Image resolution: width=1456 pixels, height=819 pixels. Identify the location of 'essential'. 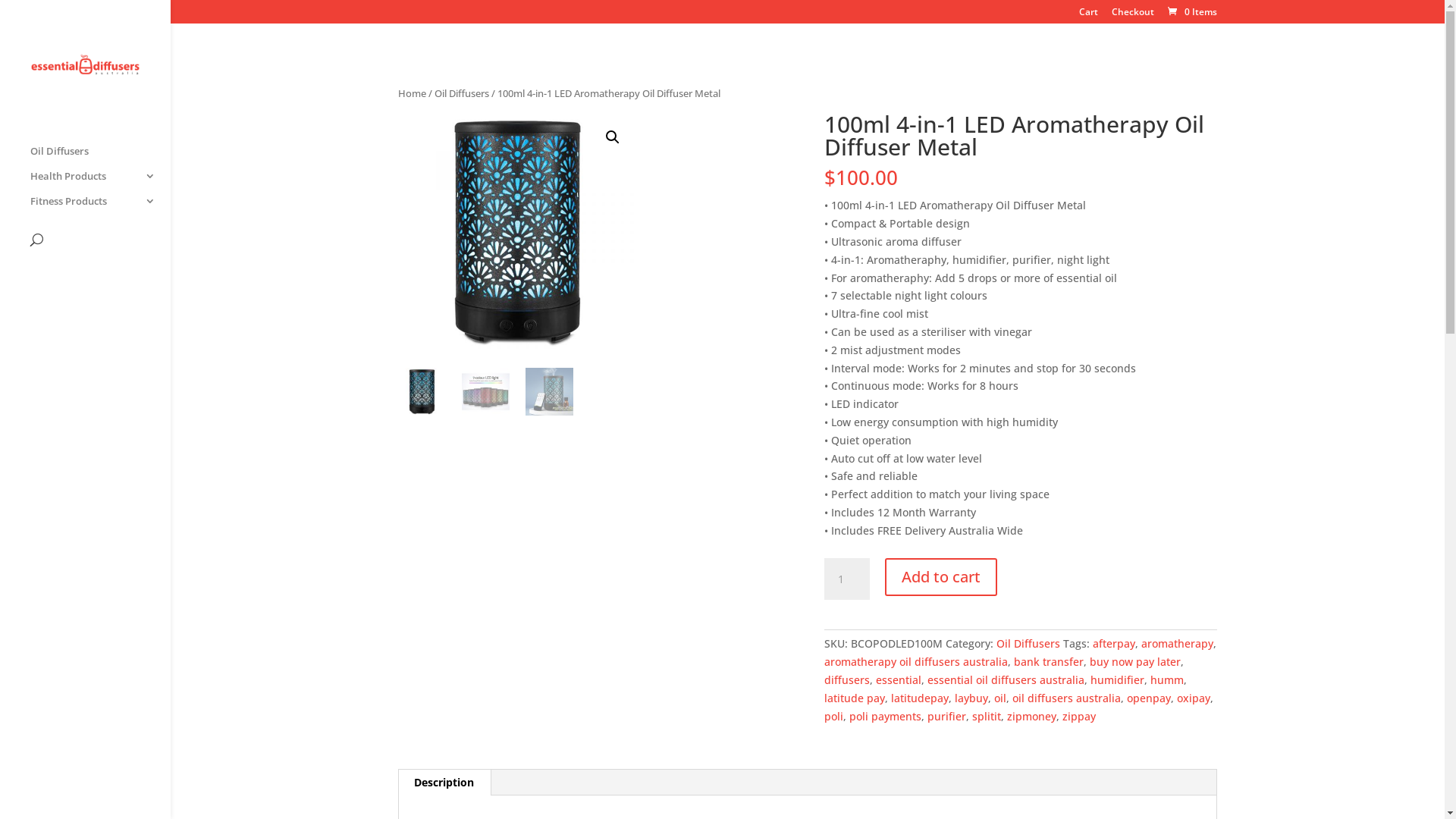
(899, 679).